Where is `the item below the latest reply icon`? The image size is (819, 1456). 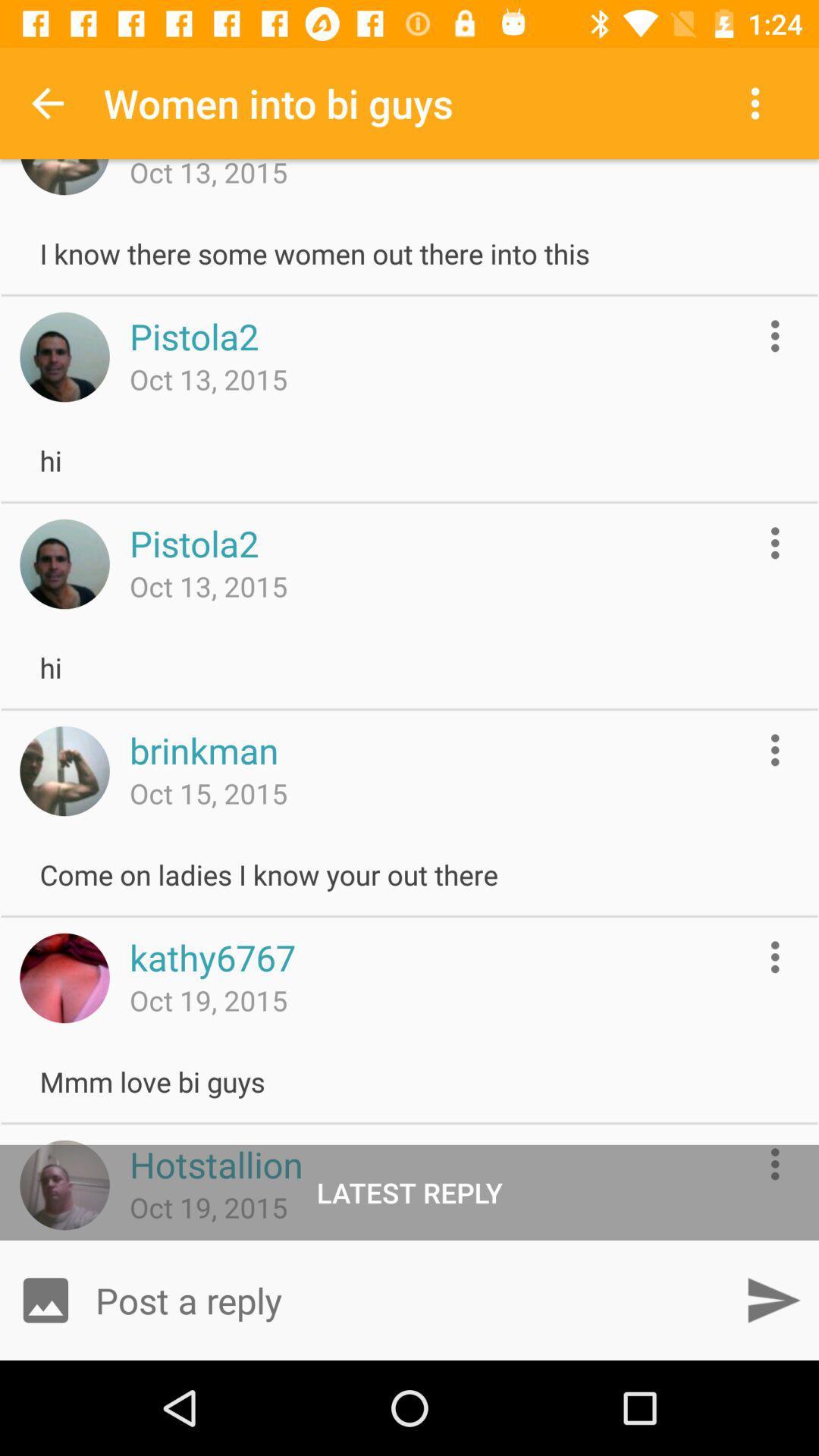 the item below the latest reply icon is located at coordinates (409, 1299).